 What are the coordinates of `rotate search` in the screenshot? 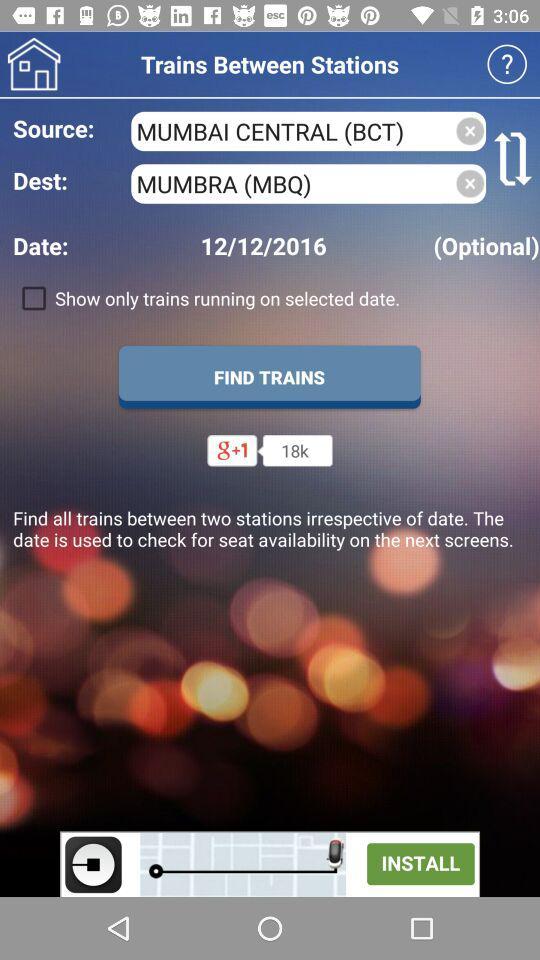 It's located at (513, 157).